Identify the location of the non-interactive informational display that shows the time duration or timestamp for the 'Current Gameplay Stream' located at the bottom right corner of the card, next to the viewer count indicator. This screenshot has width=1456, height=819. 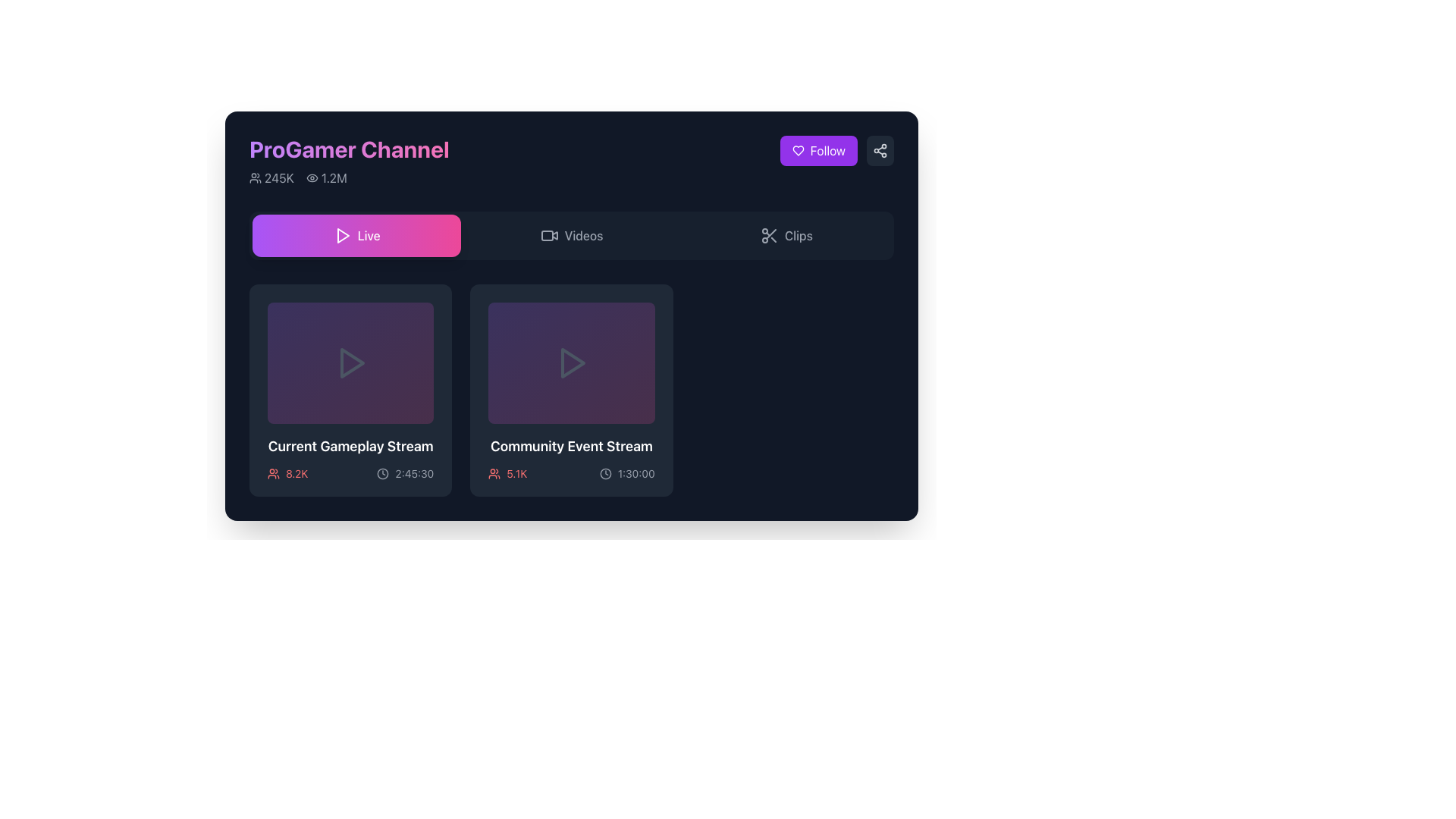
(405, 472).